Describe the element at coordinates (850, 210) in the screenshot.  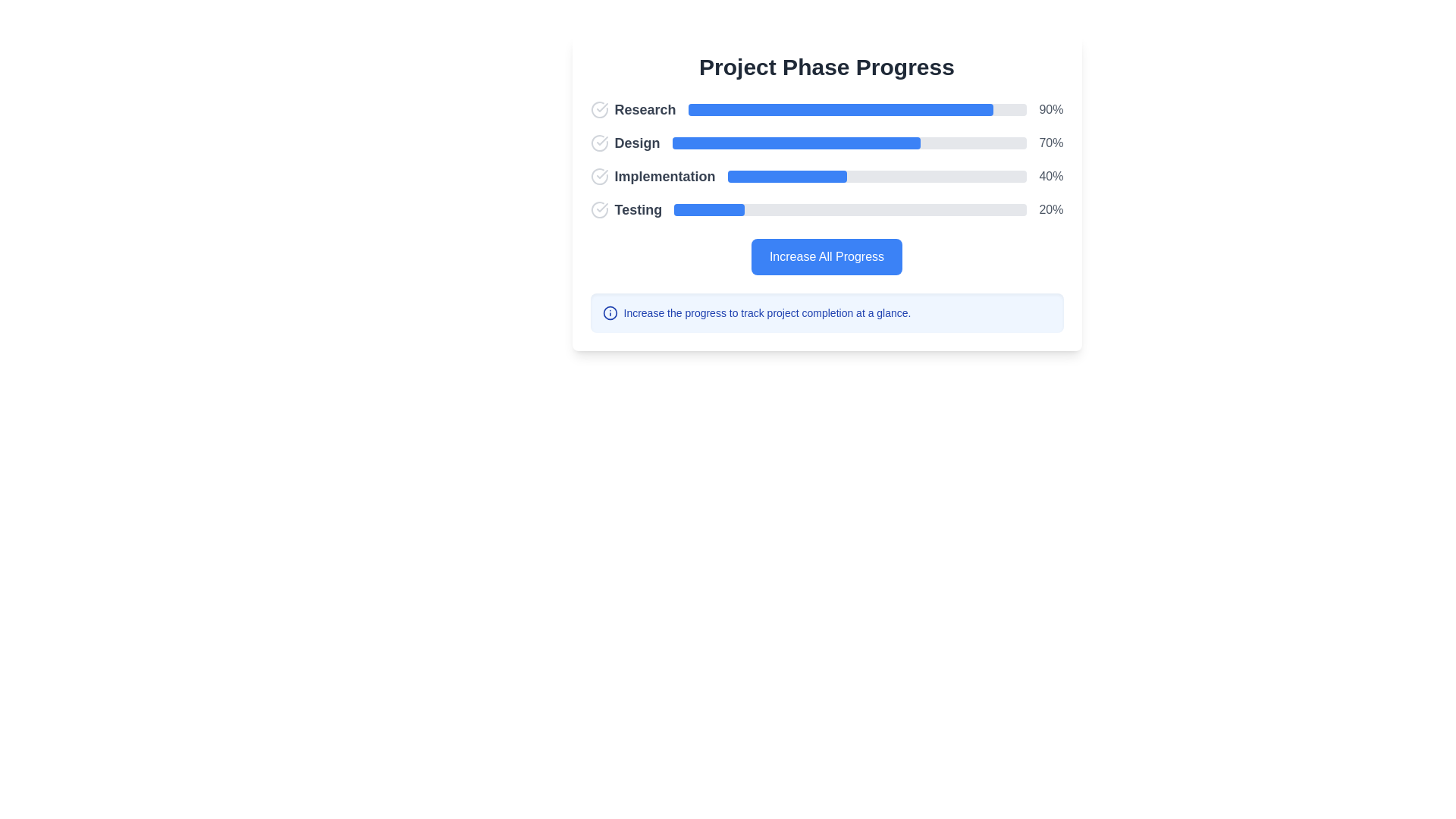
I see `the central horizontal progress bar indicating 20% completion of the 'Testing' phase` at that location.